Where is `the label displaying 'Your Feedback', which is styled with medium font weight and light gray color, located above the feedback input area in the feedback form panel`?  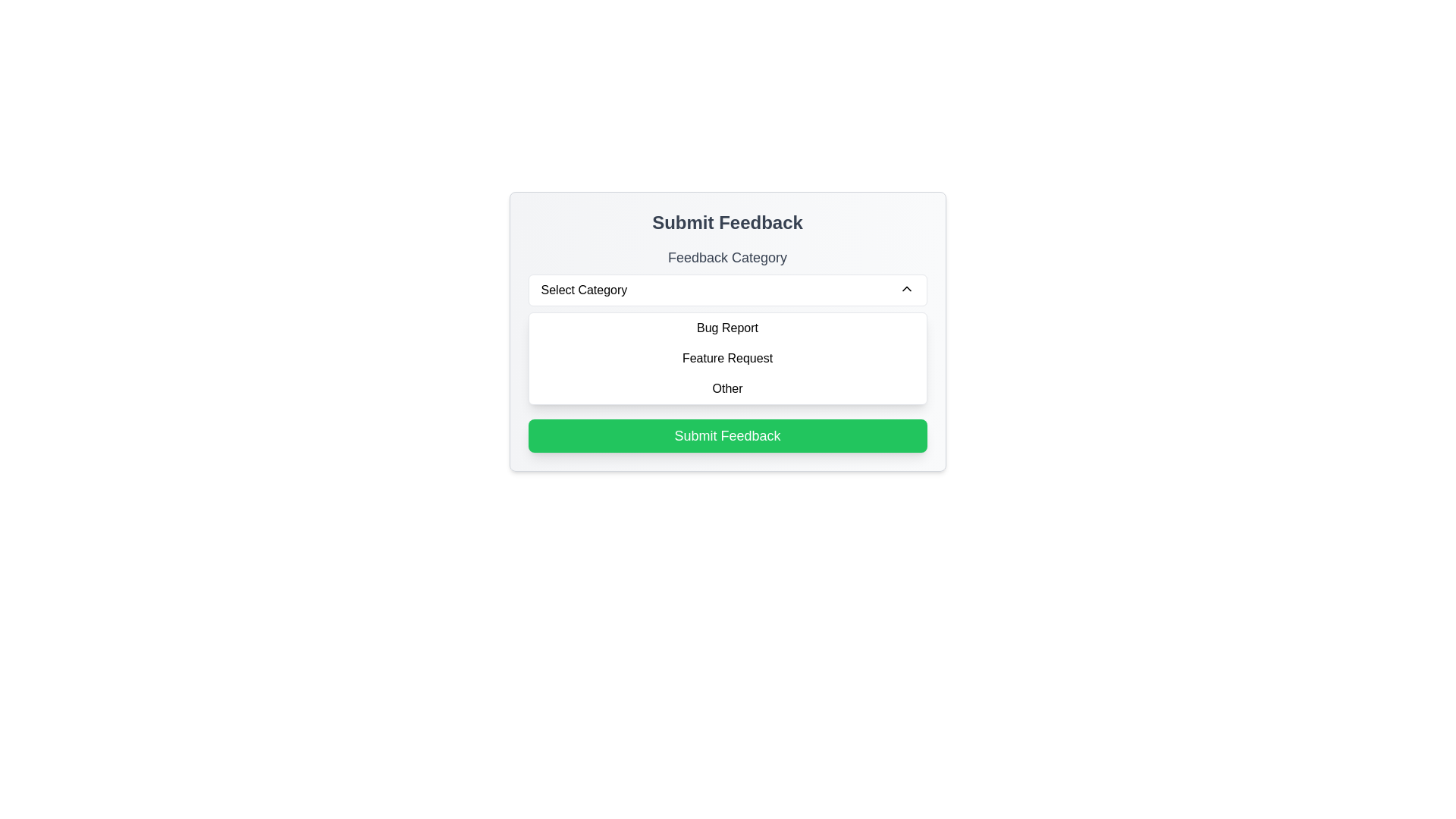 the label displaying 'Your Feedback', which is styled with medium font weight and light gray color, located above the feedback input area in the feedback form panel is located at coordinates (726, 328).